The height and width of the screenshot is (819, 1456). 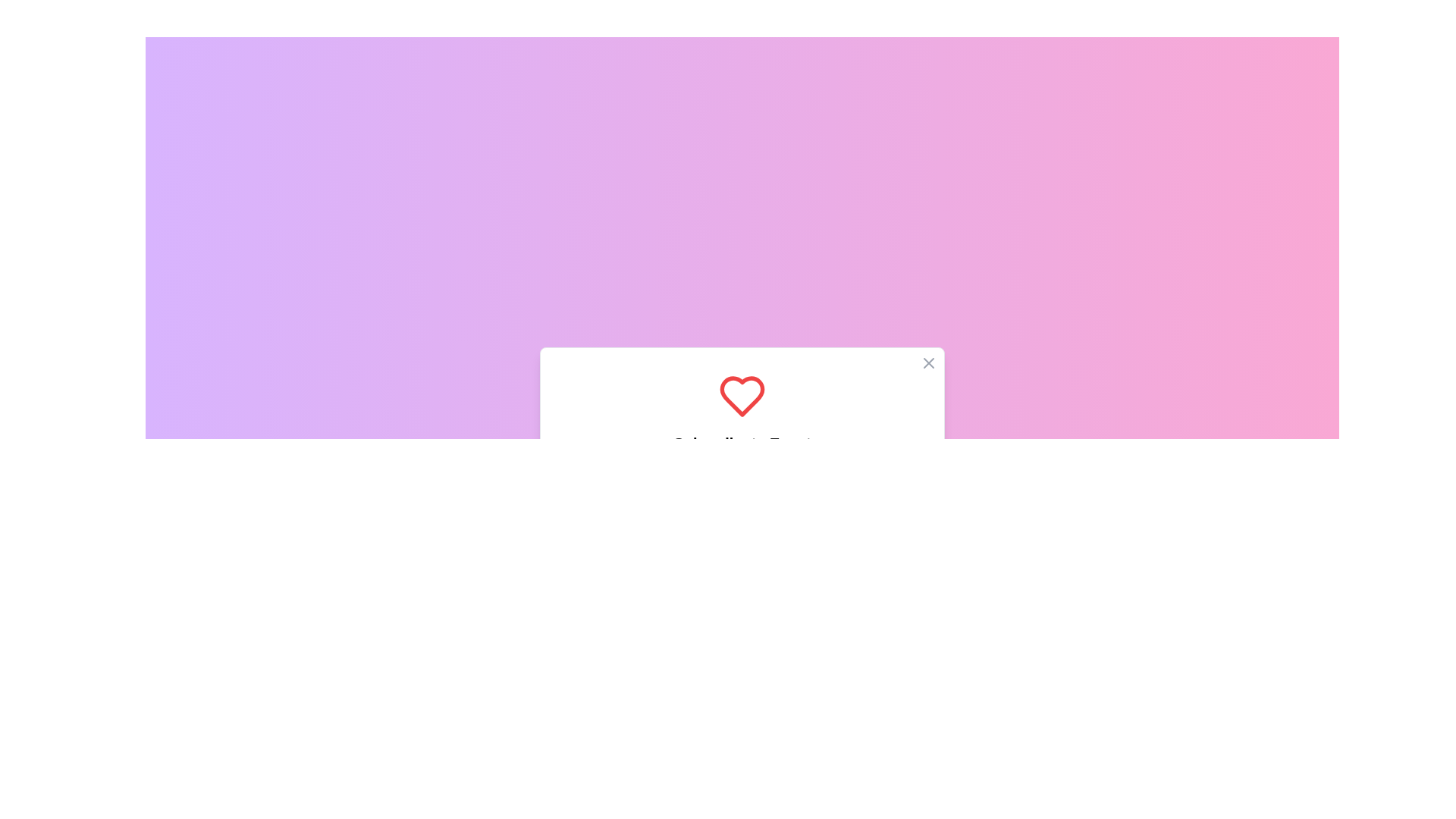 What do you see at coordinates (928, 362) in the screenshot?
I see `the close button represented by a diagonal cross ('X') icon located at the top right corner of the white card` at bounding box center [928, 362].